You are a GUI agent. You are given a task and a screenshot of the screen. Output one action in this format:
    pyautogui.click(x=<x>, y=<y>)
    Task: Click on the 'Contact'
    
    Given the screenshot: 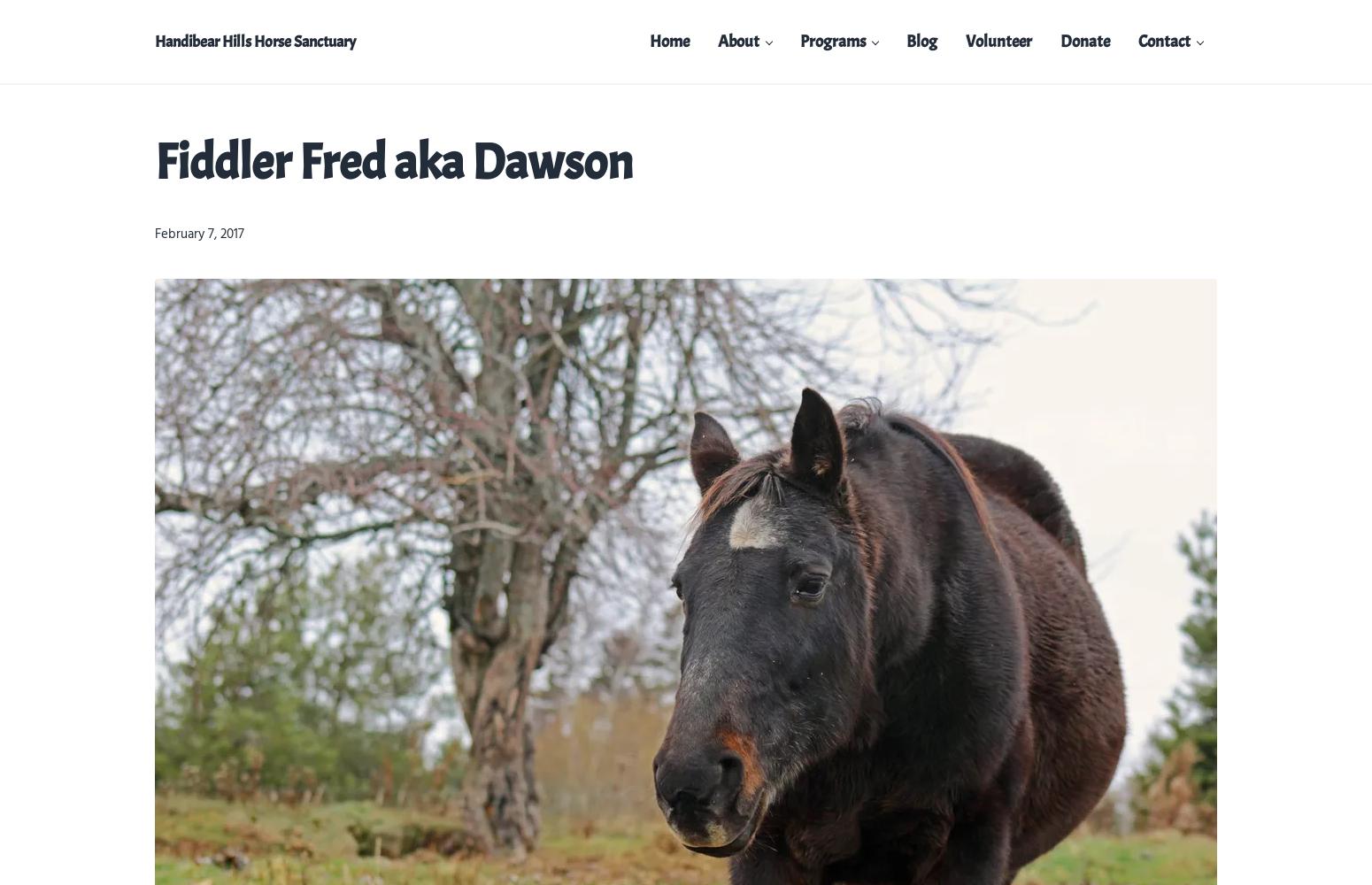 What is the action you would take?
    pyautogui.click(x=1137, y=41)
    